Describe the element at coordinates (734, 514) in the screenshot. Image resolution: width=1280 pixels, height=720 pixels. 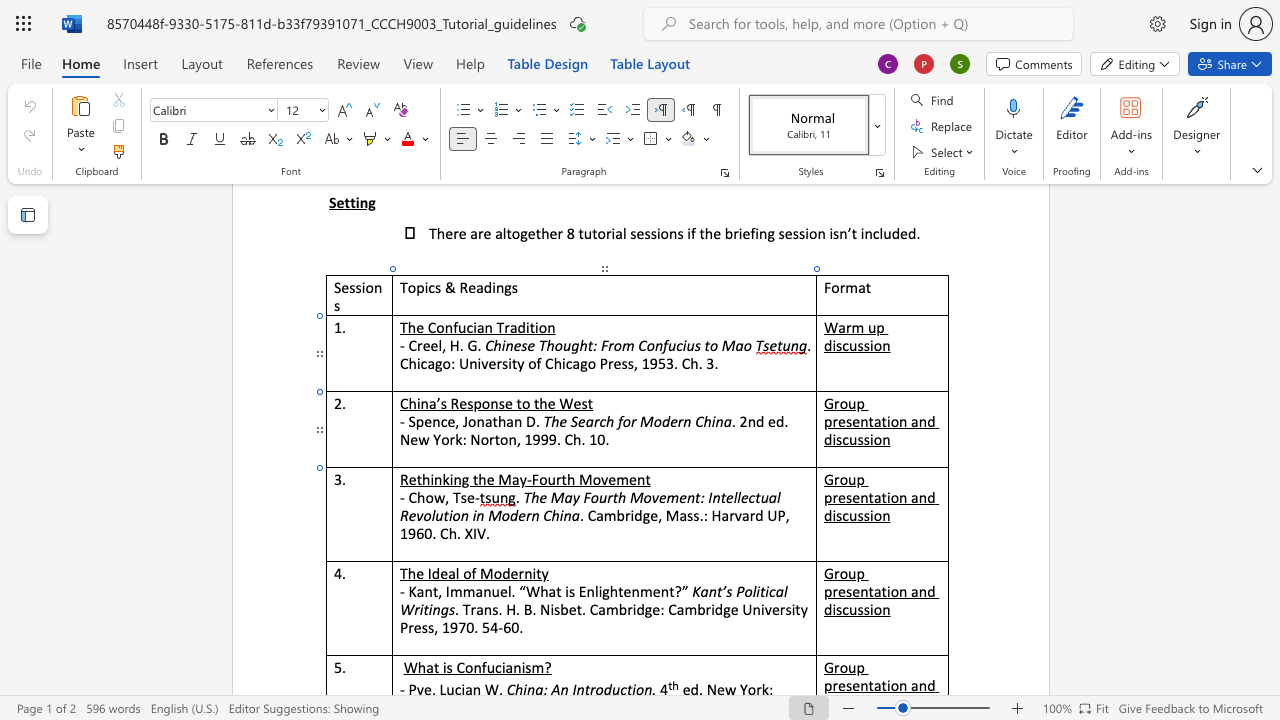
I see `the space between the continuous character "r" and "v" in the text` at that location.